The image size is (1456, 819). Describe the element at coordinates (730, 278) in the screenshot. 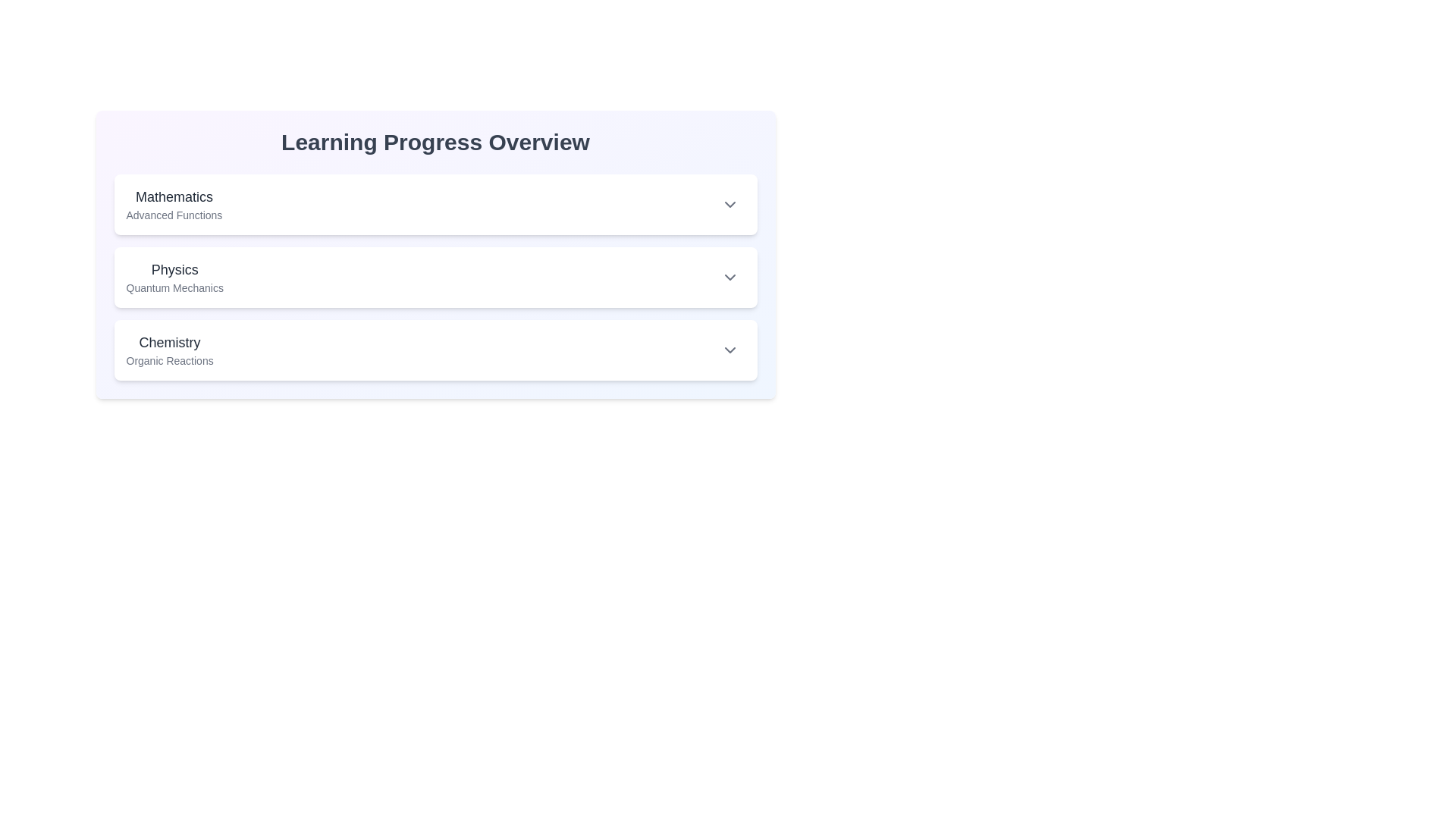

I see `the chevron button in the 'Physics' collapsible section` at that location.